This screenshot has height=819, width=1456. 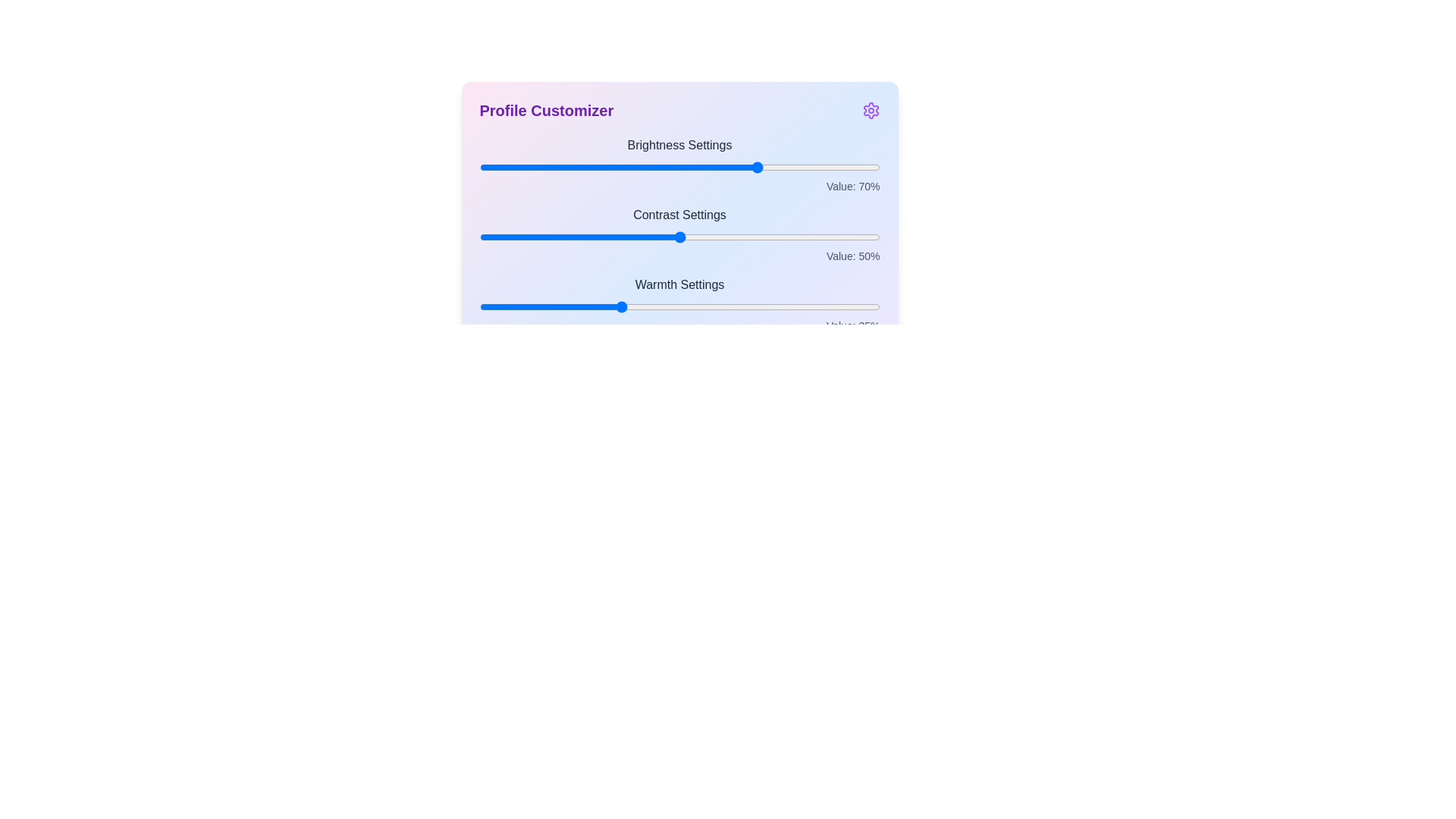 What do you see at coordinates (535, 237) in the screenshot?
I see `the 1 slider to 14%` at bounding box center [535, 237].